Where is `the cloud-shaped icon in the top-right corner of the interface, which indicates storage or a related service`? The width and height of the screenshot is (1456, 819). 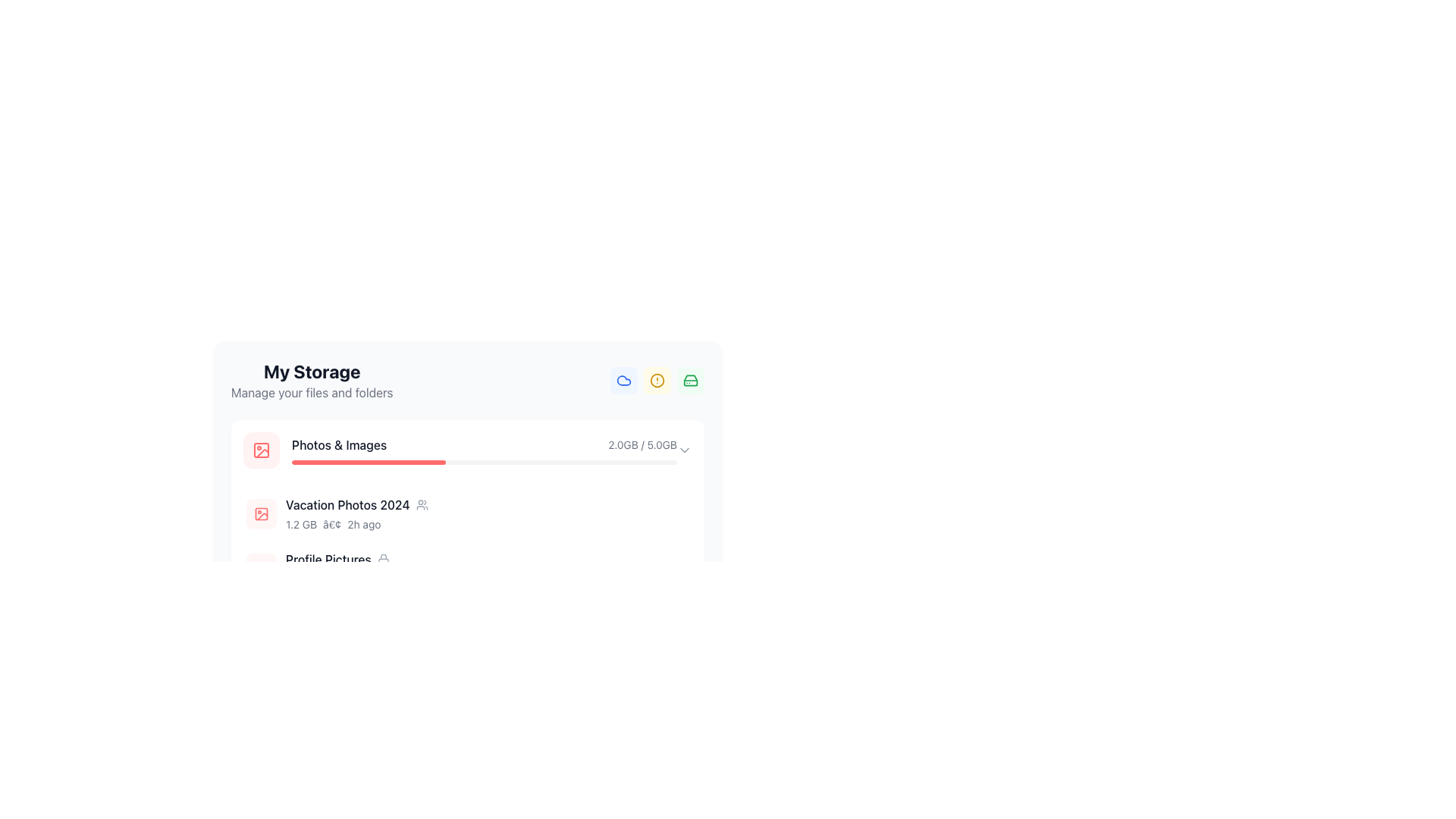 the cloud-shaped icon in the top-right corner of the interface, which indicates storage or a related service is located at coordinates (623, 379).